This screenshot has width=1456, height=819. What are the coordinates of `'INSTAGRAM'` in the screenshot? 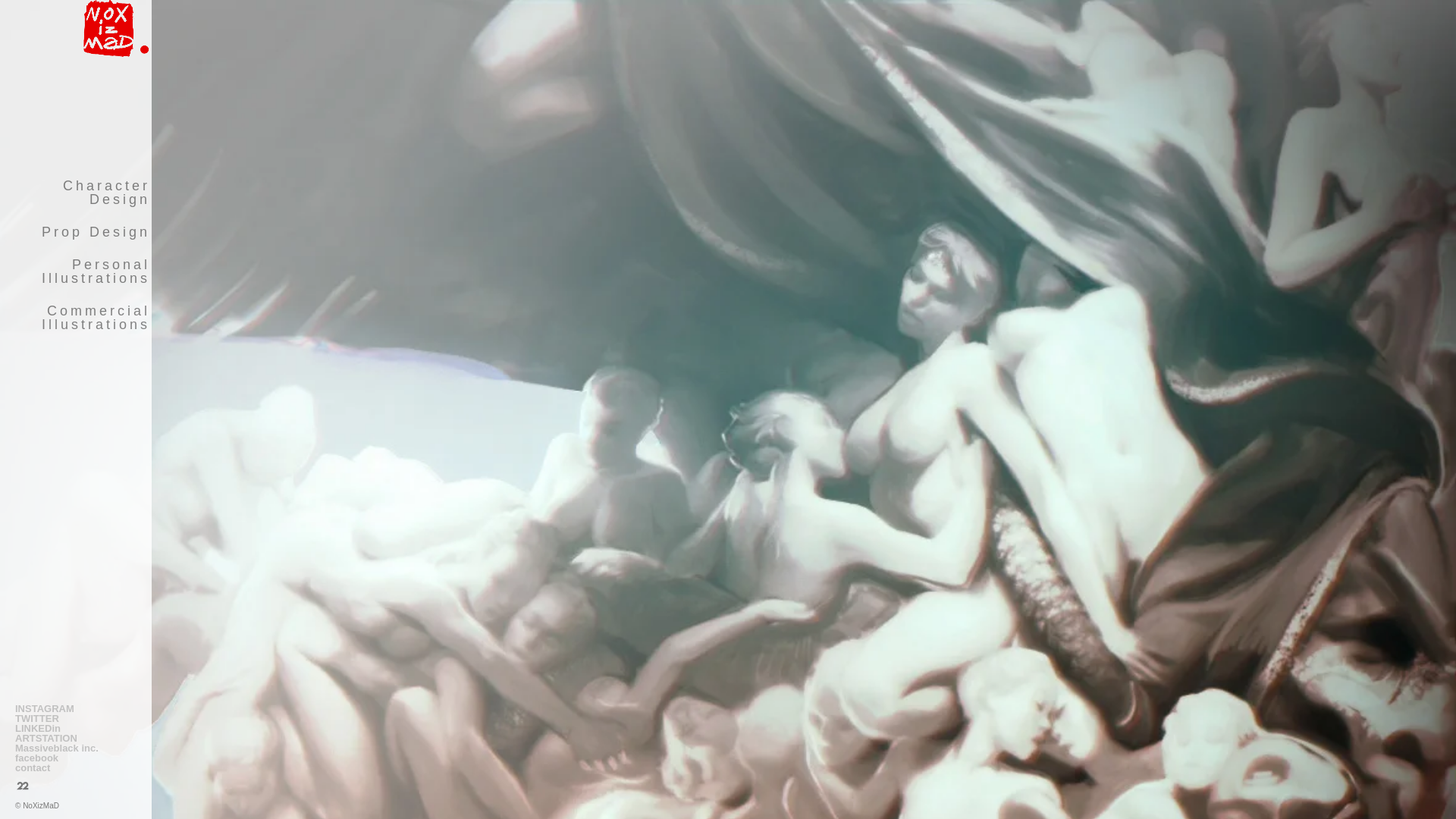 It's located at (75, 708).